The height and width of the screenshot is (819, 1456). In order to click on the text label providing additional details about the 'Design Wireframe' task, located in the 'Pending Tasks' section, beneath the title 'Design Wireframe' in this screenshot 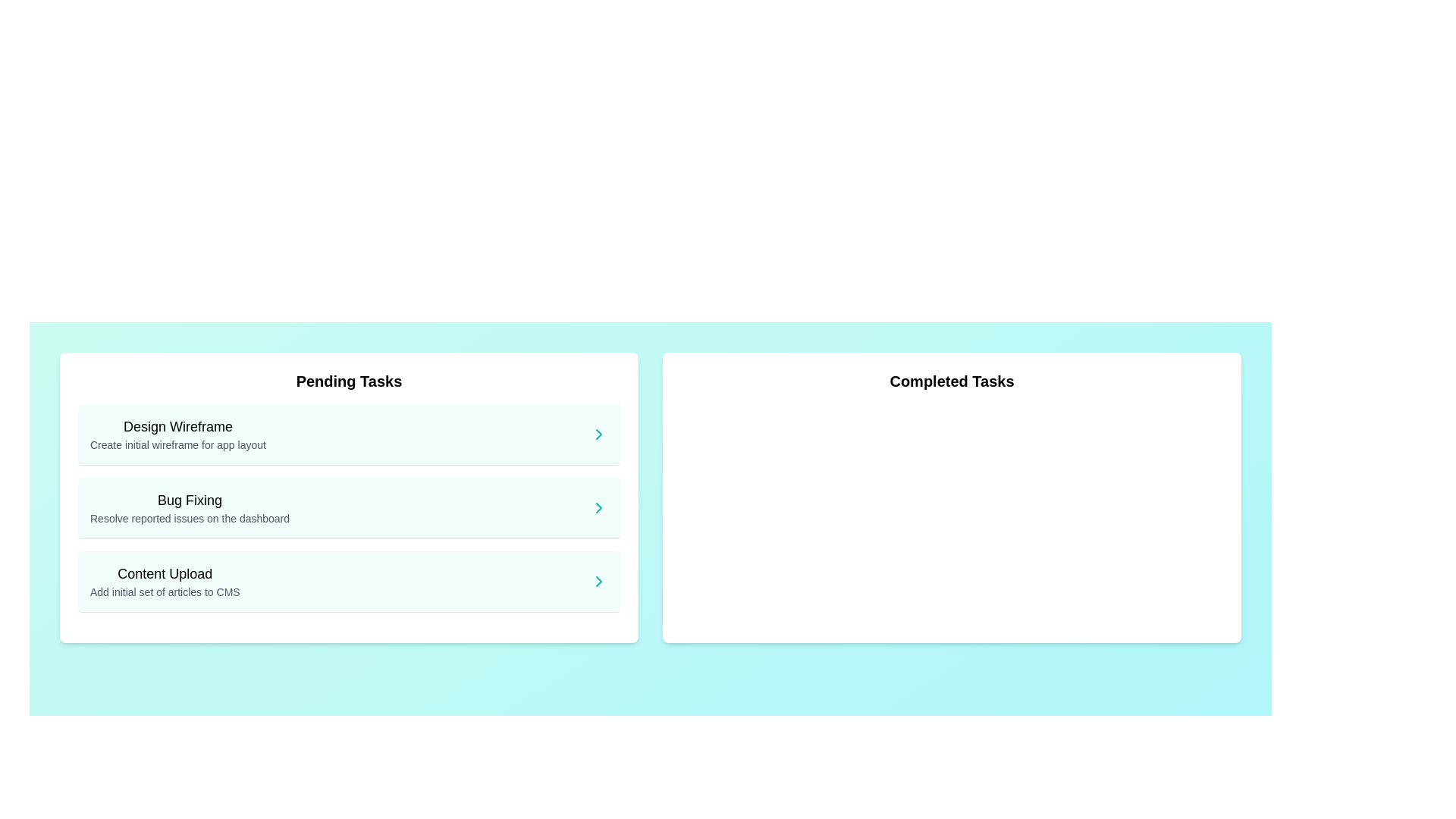, I will do `click(178, 444)`.